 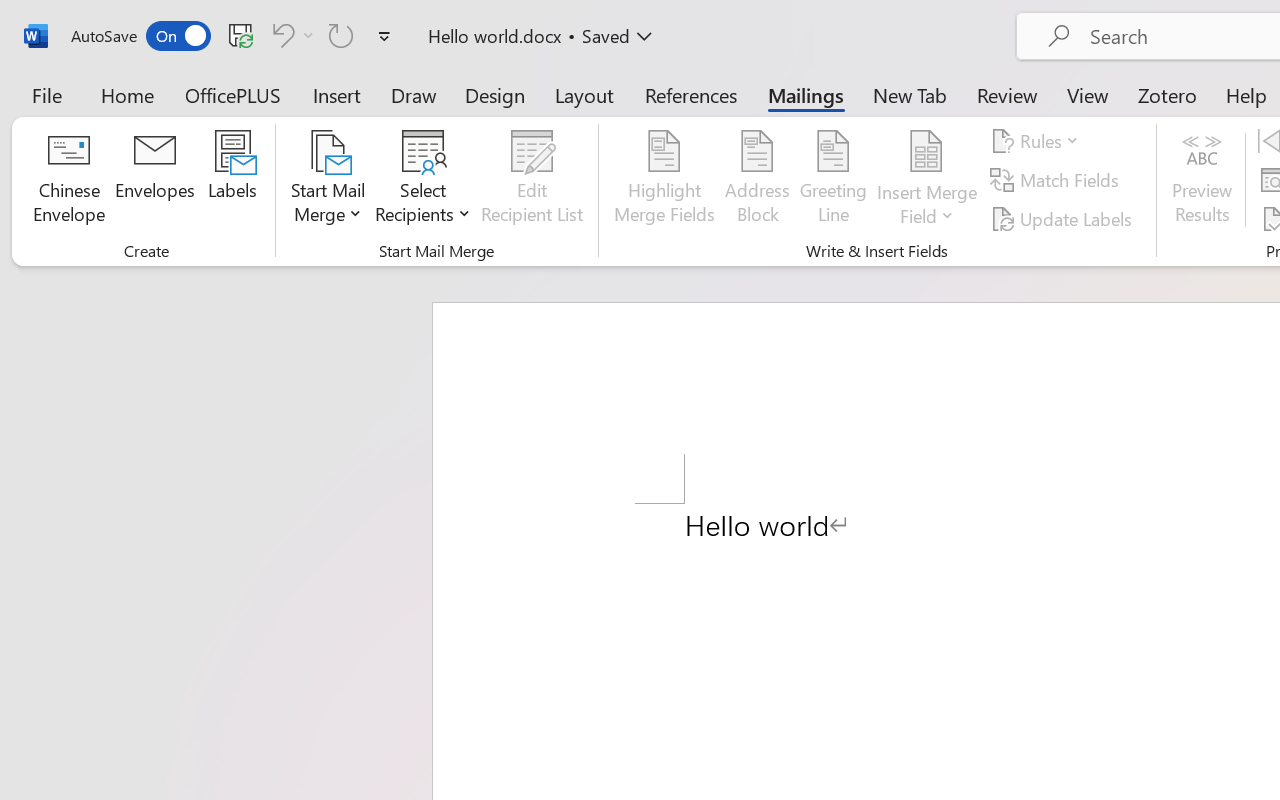 I want to click on 'Mailings', so click(x=806, y=94).